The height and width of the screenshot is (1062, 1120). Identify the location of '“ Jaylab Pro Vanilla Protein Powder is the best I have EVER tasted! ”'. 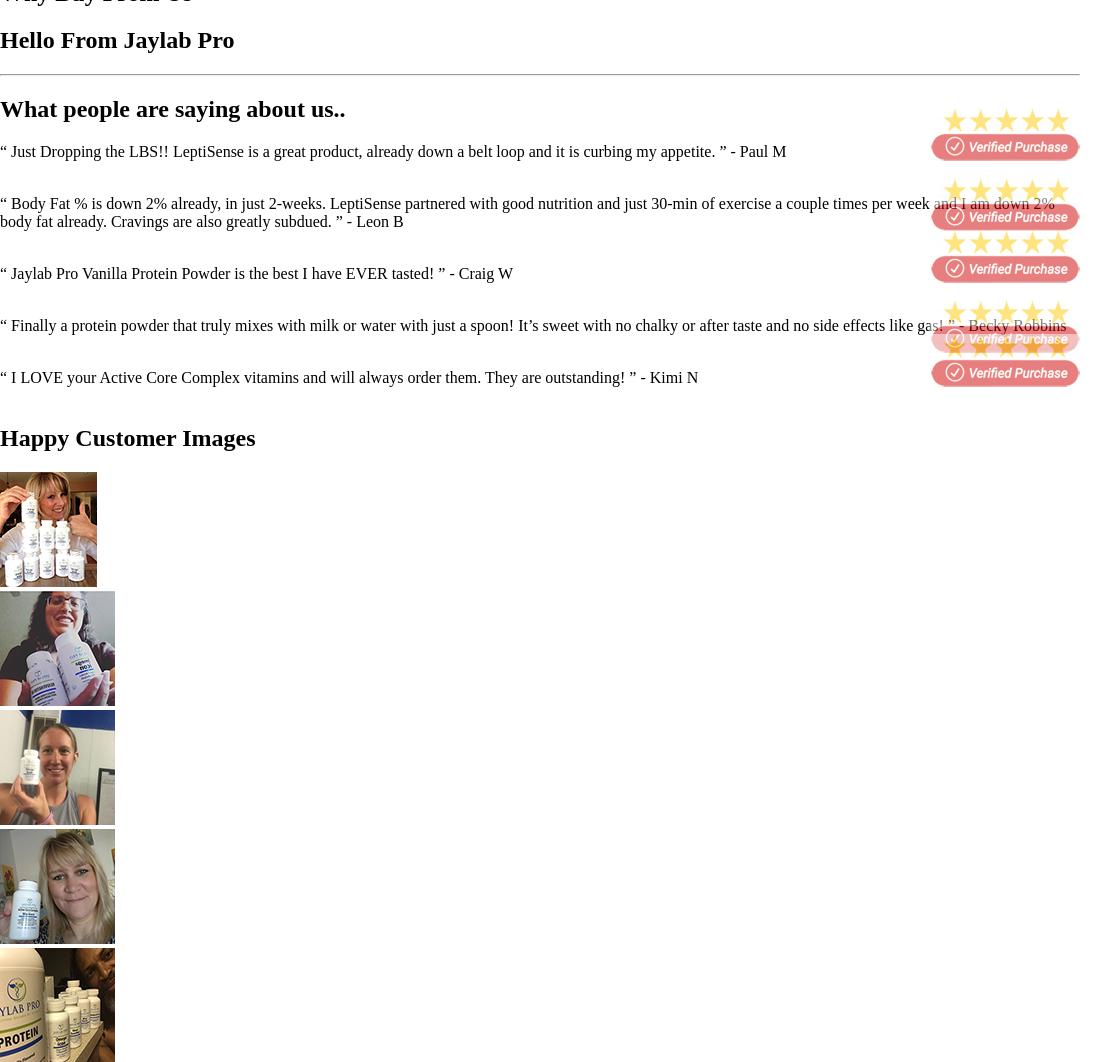
(224, 271).